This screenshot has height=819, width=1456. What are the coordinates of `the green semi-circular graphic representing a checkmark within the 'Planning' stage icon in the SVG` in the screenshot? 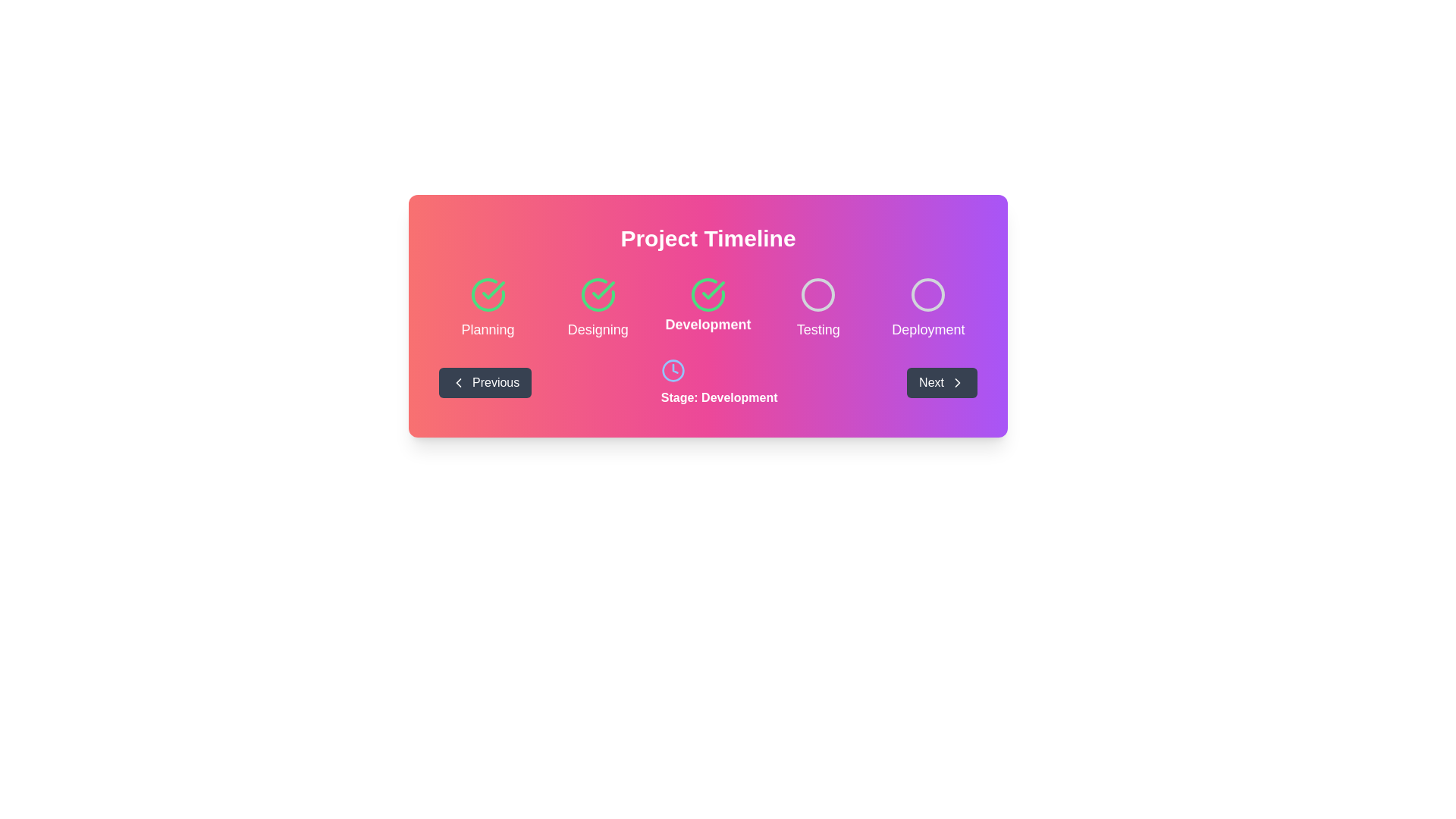 It's located at (488, 295).